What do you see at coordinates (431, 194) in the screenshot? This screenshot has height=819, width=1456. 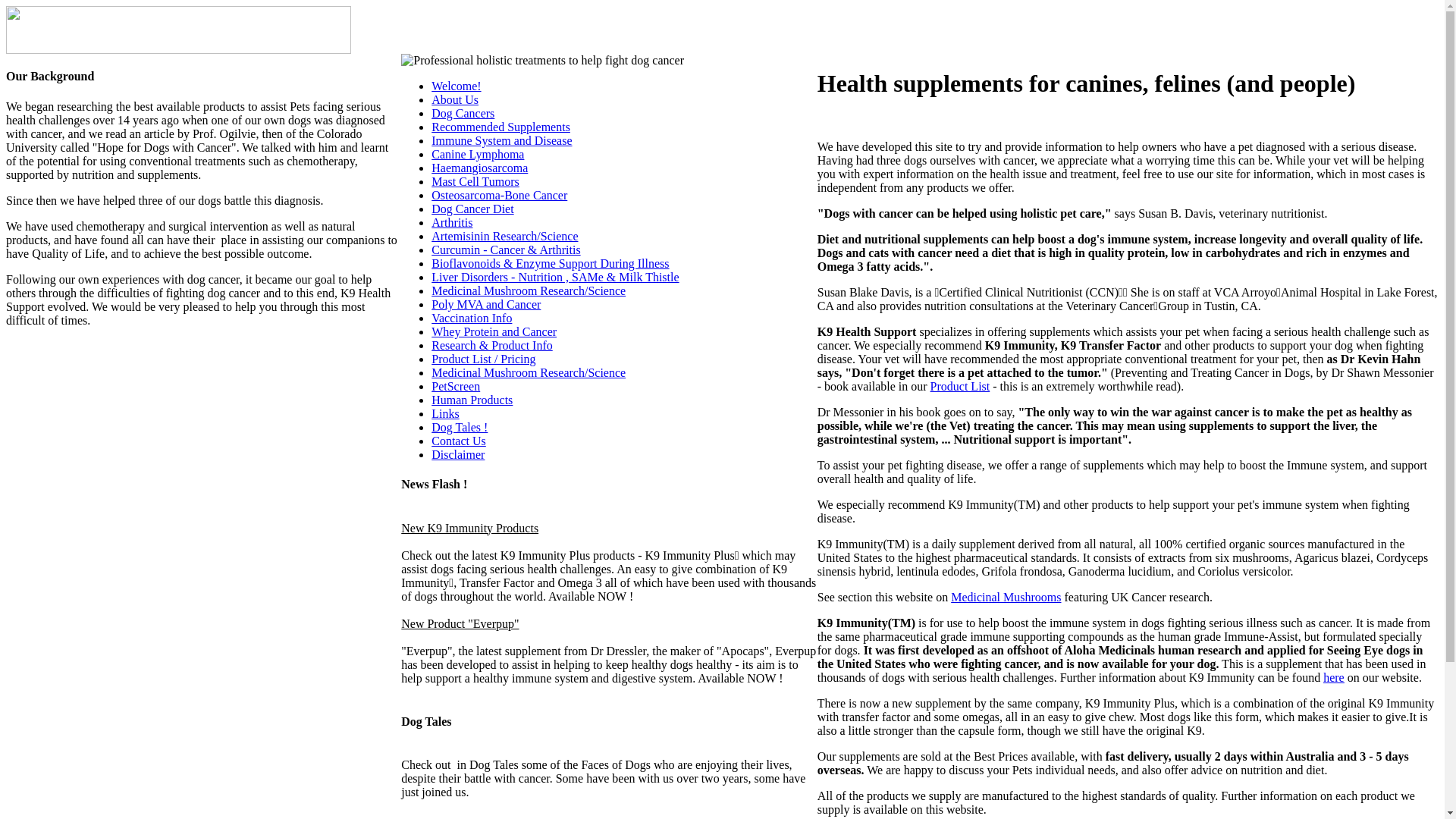 I see `'Osteosarcoma-Bone Cancer'` at bounding box center [431, 194].